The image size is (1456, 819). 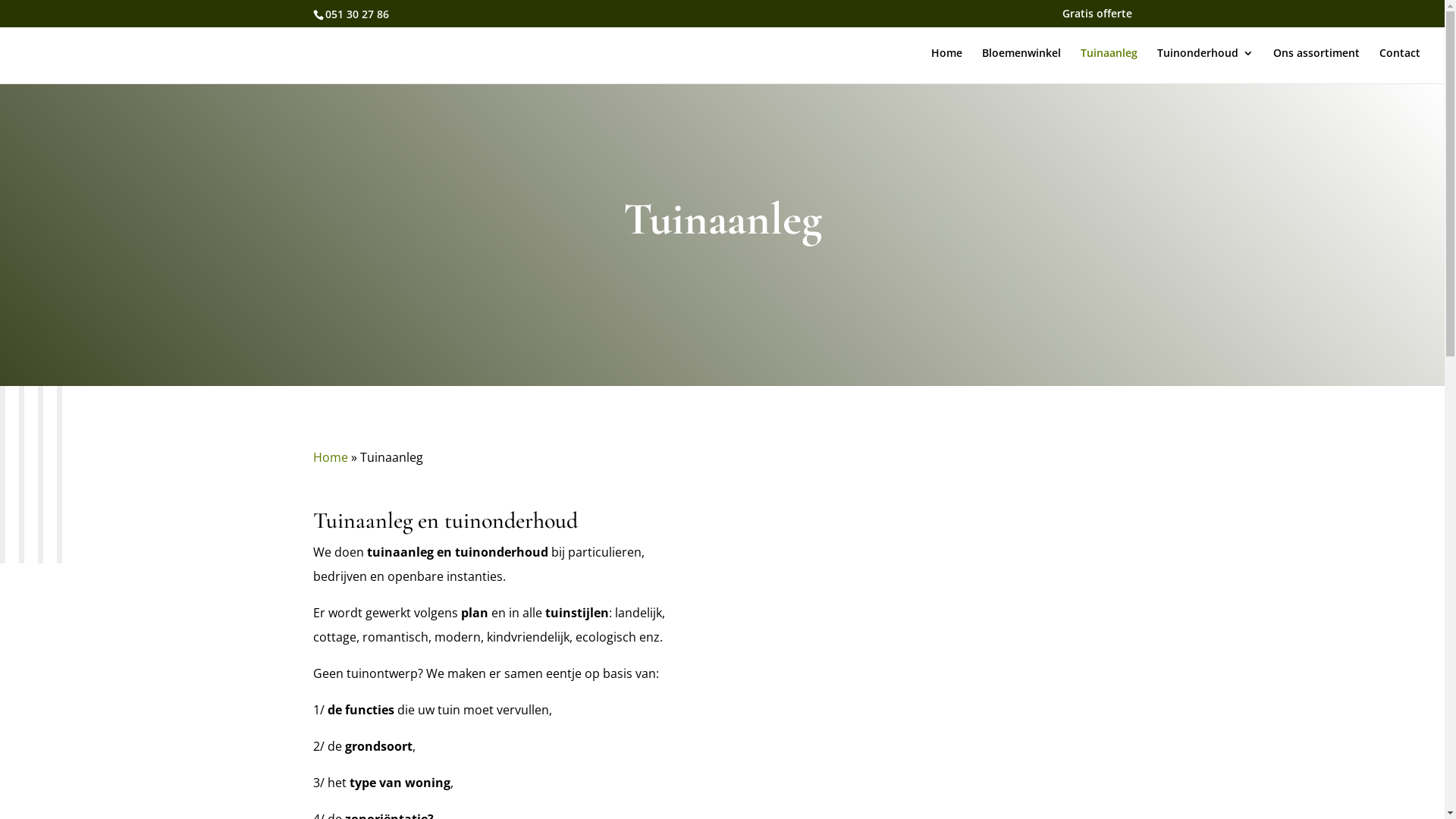 I want to click on 'Home', so click(x=329, y=456).